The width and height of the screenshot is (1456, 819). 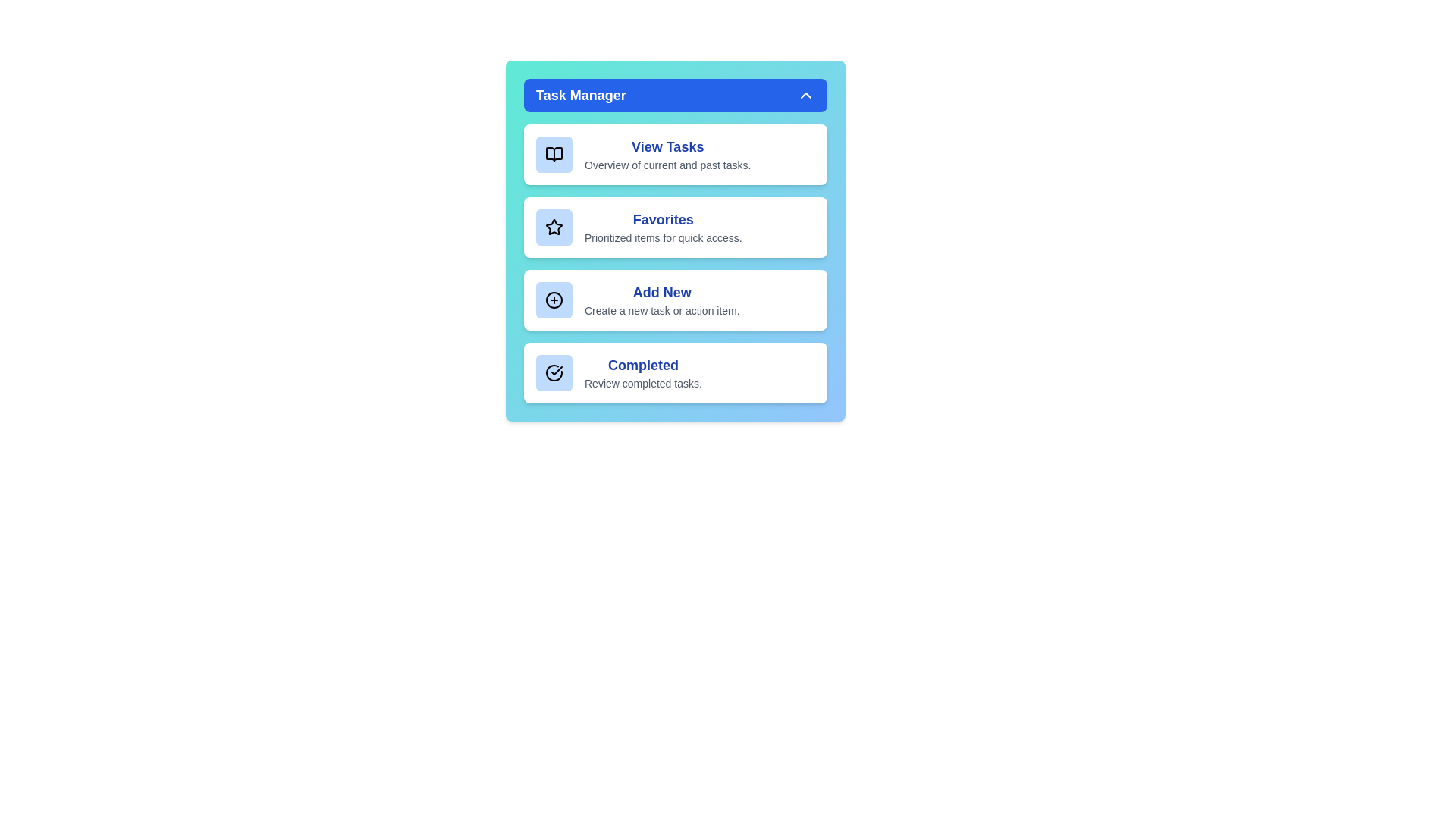 I want to click on the list item View Tasks to view its hover effect, so click(x=675, y=155).